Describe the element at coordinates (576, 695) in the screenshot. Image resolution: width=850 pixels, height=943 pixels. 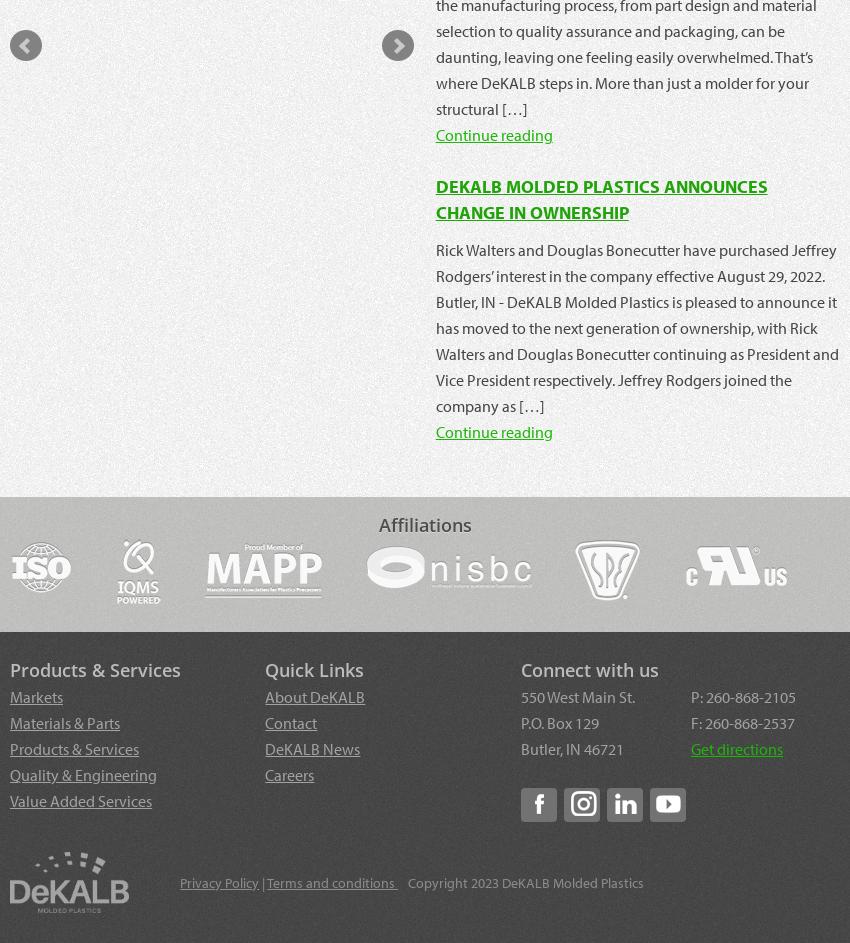
I see `'550 West Main St.'` at that location.